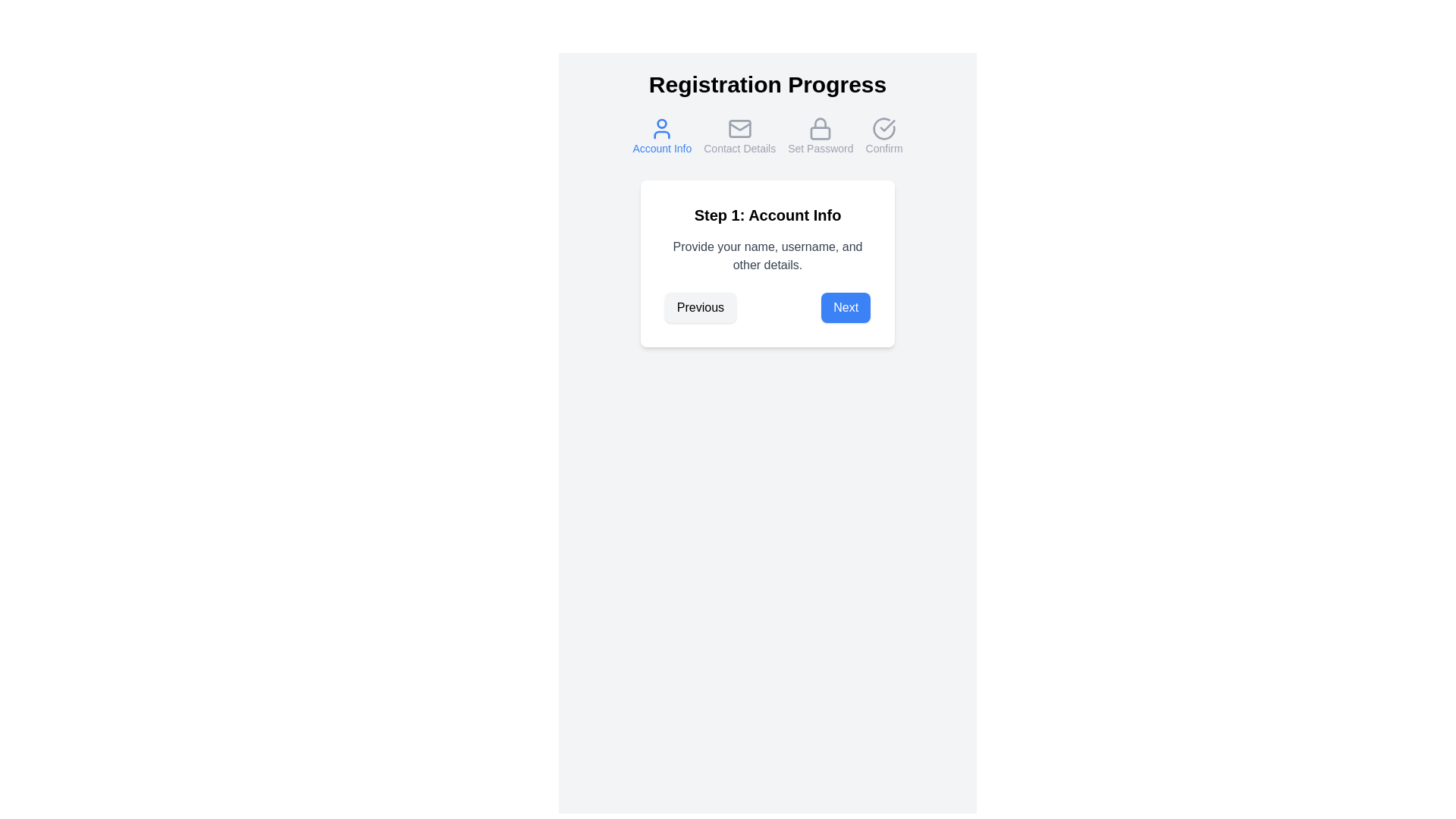 This screenshot has width=1456, height=819. Describe the element at coordinates (820, 127) in the screenshot. I see `the 'Set Password' icon, which is the third icon in a horizontal layout of icons for the account setup process` at that location.